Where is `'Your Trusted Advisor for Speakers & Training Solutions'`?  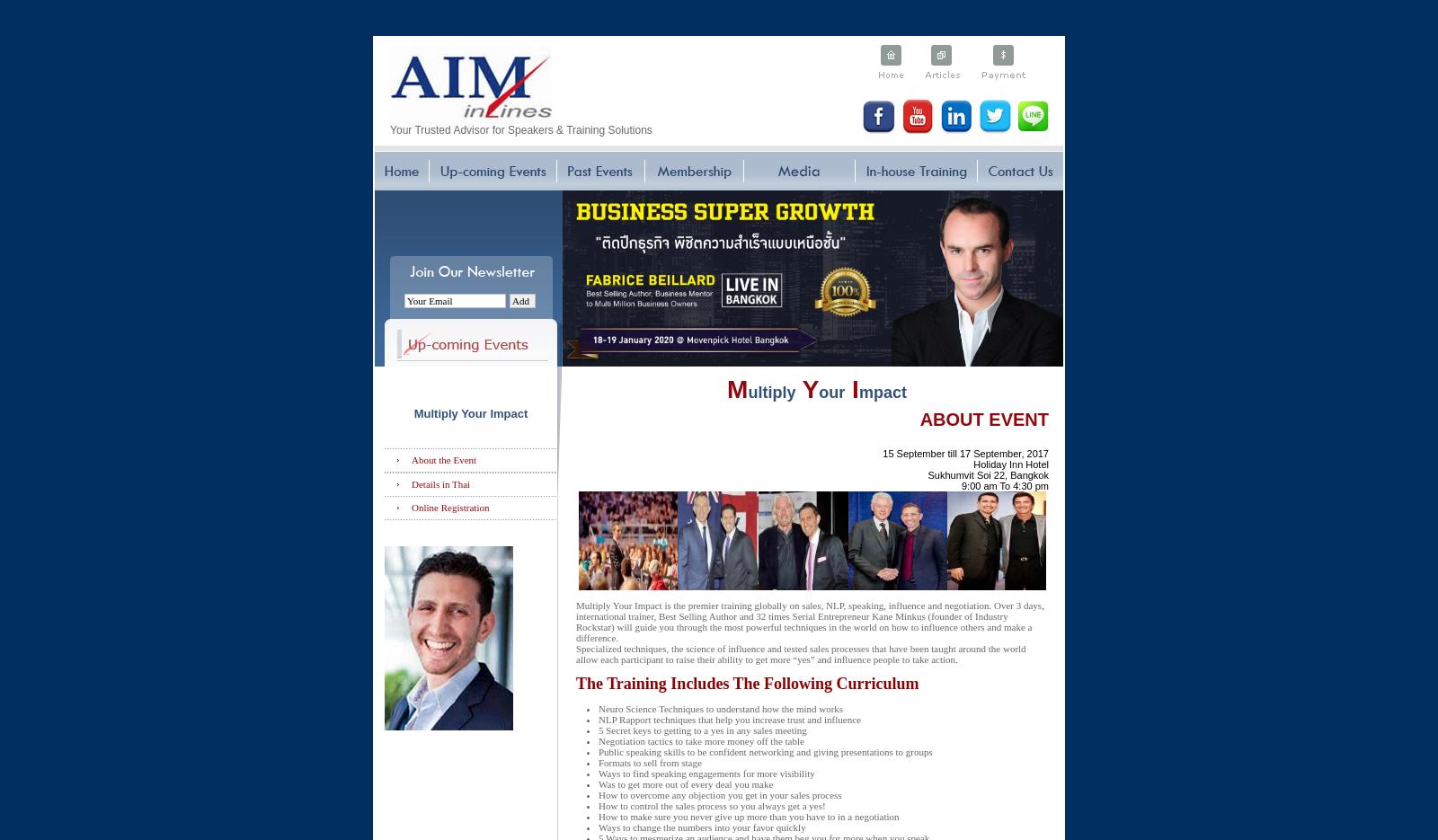
'Your Trusted Advisor for Speakers & Training Solutions' is located at coordinates (519, 128).